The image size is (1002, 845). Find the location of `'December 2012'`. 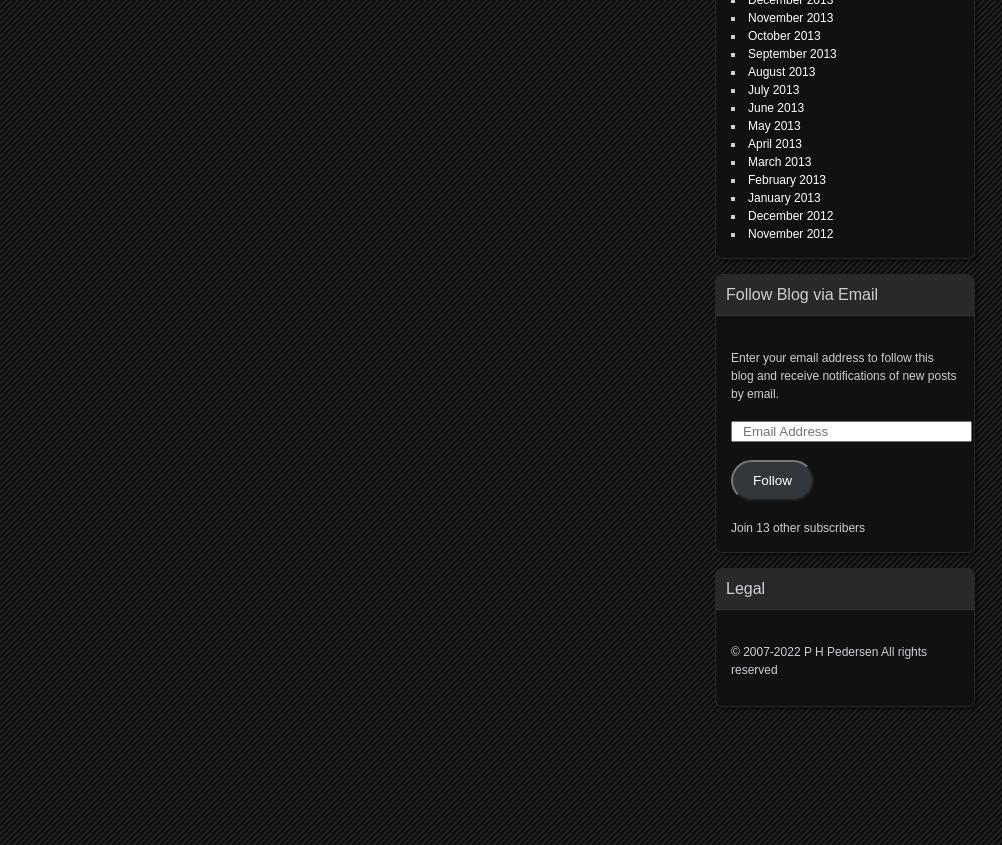

'December 2012' is located at coordinates (789, 214).